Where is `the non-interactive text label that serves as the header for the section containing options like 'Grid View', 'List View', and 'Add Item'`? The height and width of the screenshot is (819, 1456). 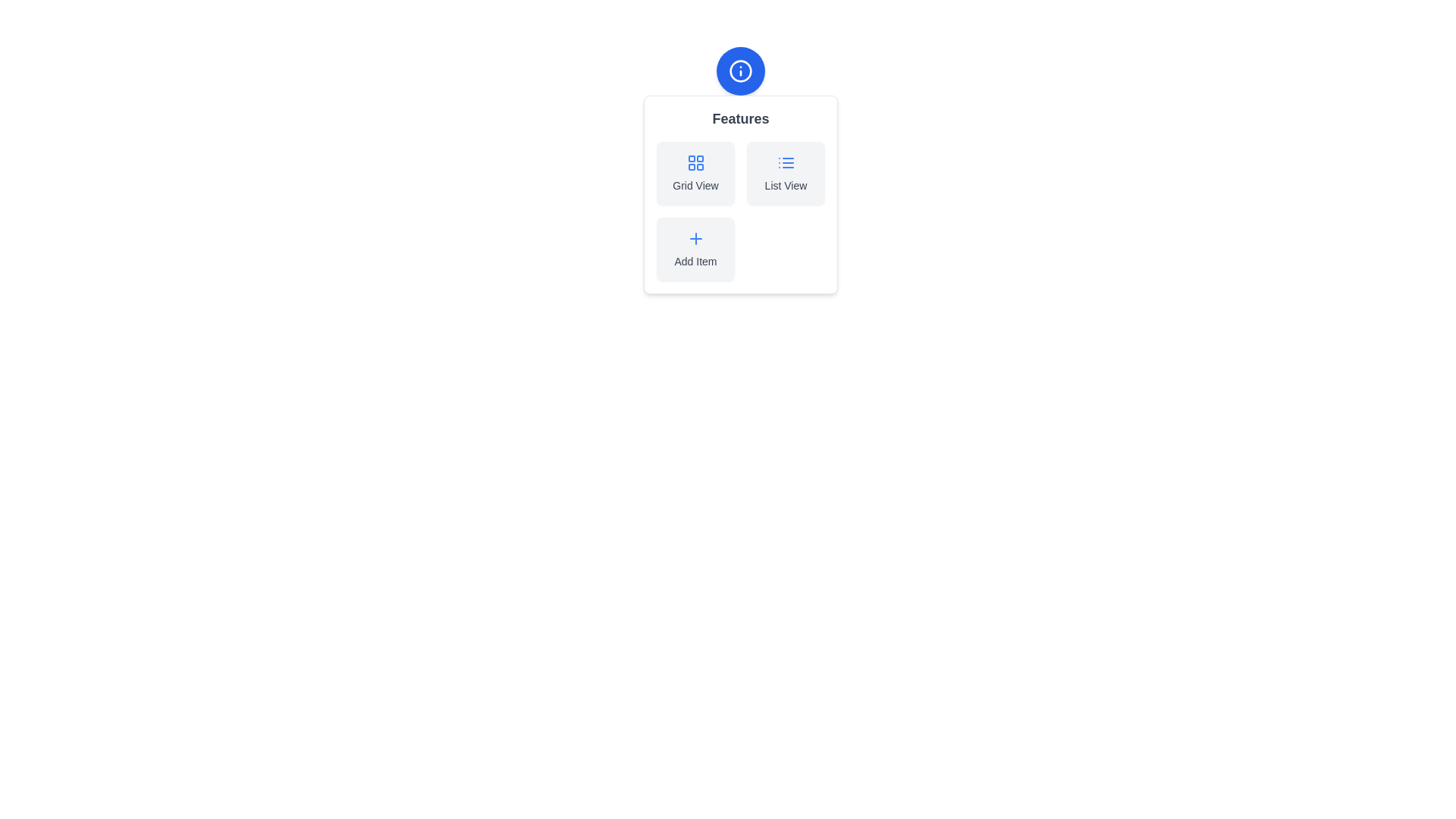
the non-interactive text label that serves as the header for the section containing options like 'Grid View', 'List View', and 'Add Item' is located at coordinates (741, 118).